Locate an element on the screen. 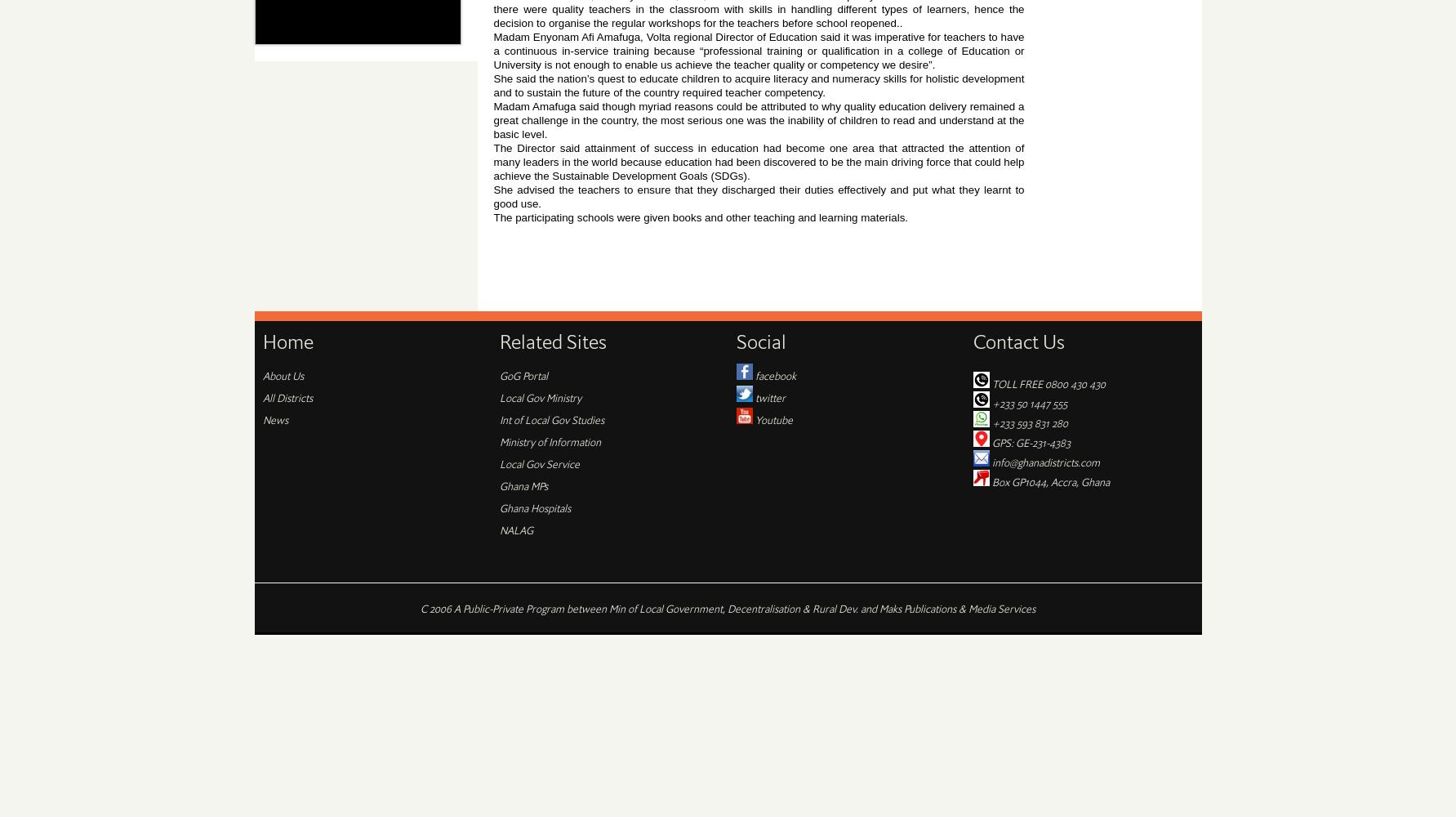 This screenshot has width=1456, height=817. 'Box GP1044, Accra, Ghana' is located at coordinates (1049, 480).